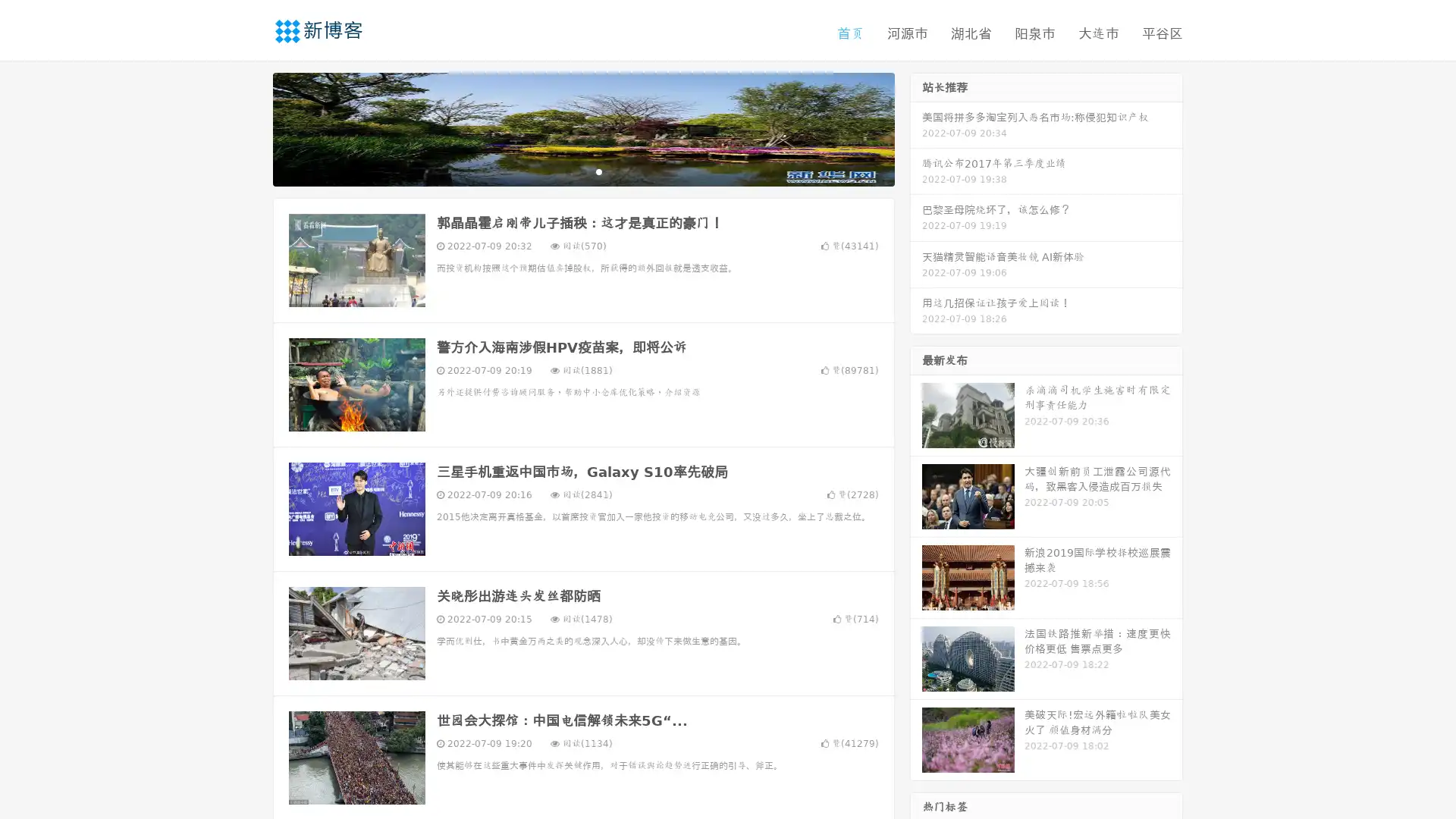  I want to click on Previous slide, so click(250, 127).